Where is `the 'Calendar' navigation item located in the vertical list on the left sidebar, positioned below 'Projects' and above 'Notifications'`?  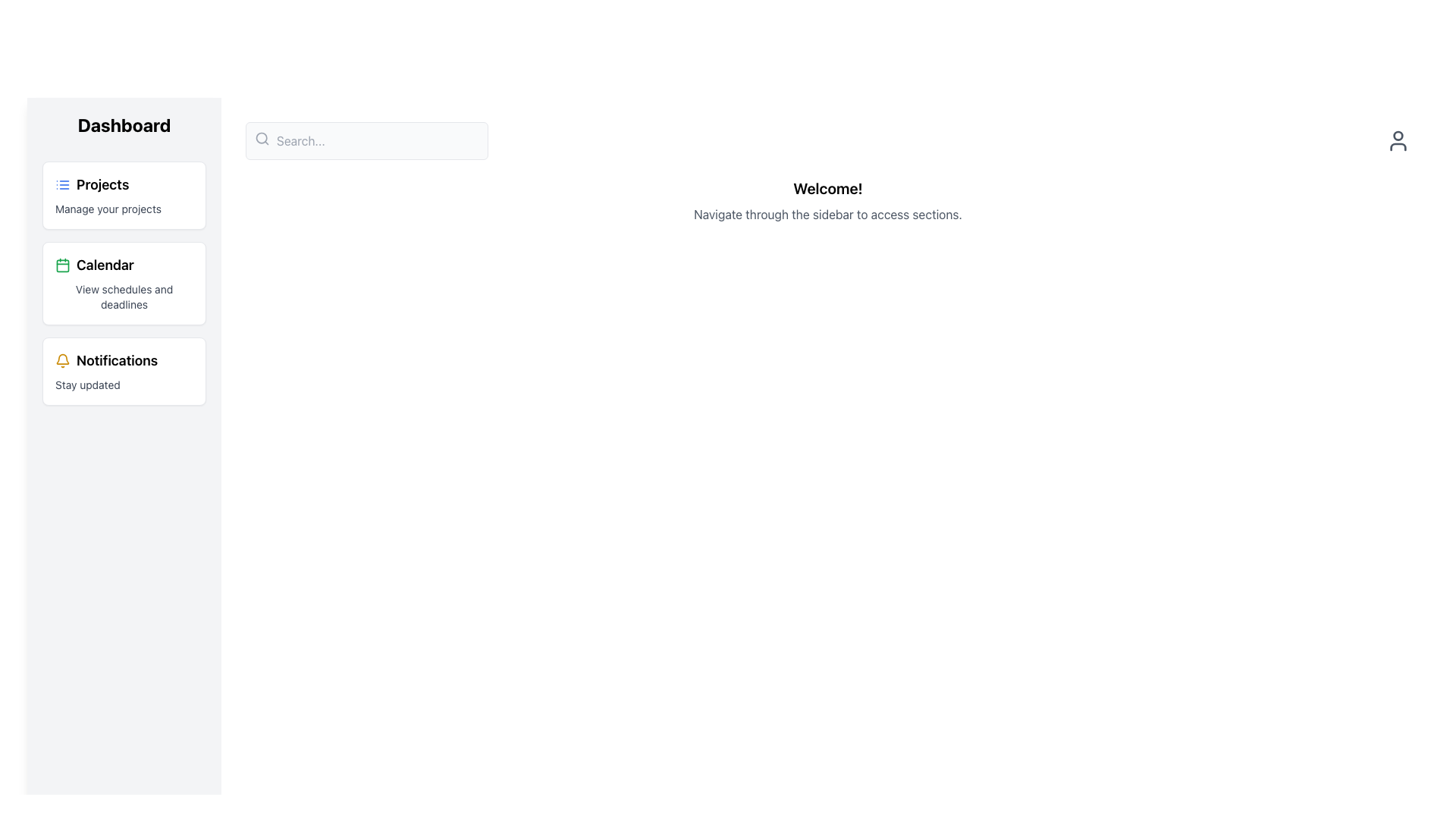 the 'Calendar' navigation item located in the vertical list on the left sidebar, positioned below 'Projects' and above 'Notifications' is located at coordinates (124, 284).